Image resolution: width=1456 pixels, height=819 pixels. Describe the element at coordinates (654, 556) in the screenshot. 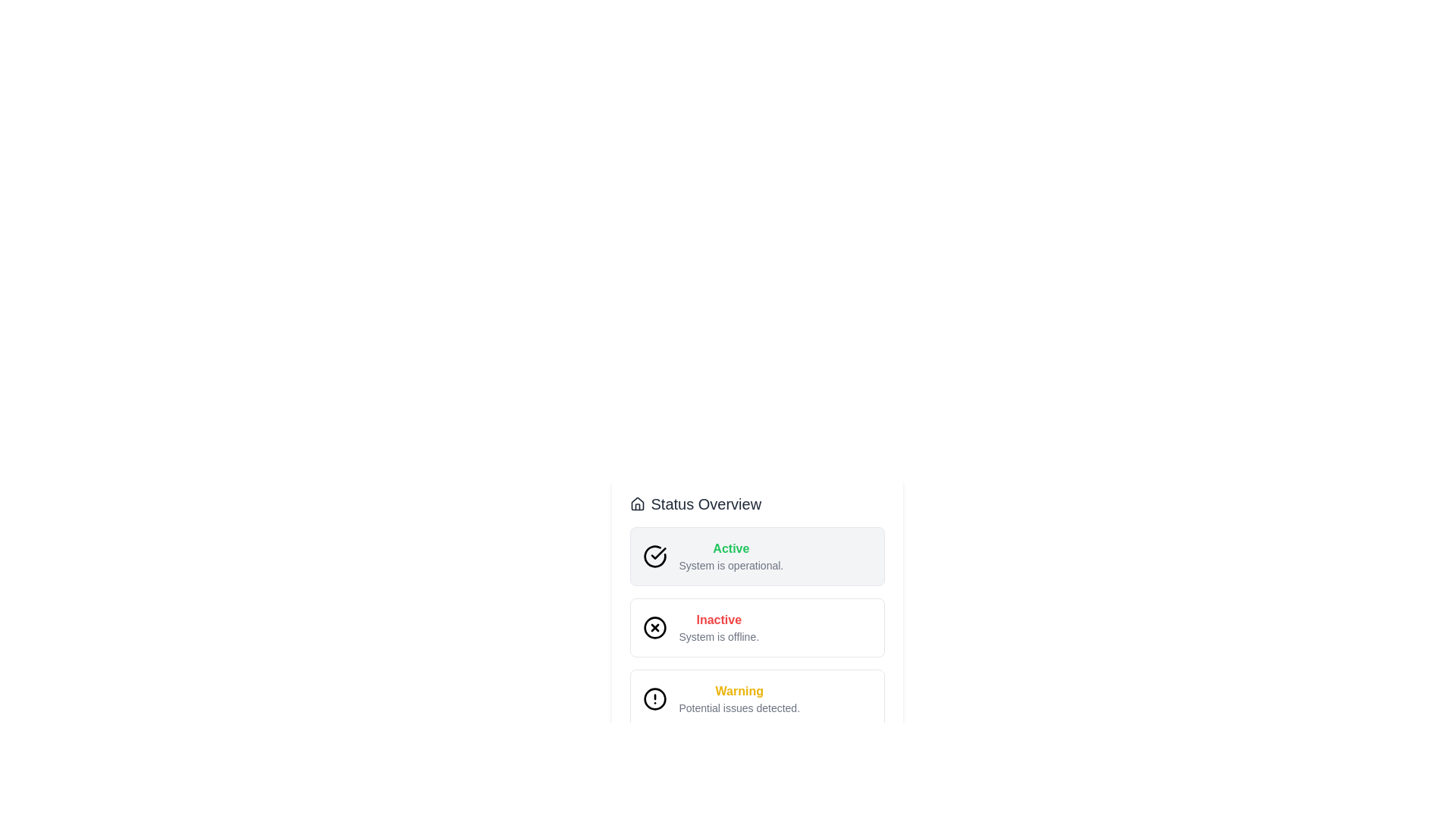

I see `the decorative icon representing an active status, located adjacent to the 'Active' label in the topmost panel, conveying that the system is operational` at that location.